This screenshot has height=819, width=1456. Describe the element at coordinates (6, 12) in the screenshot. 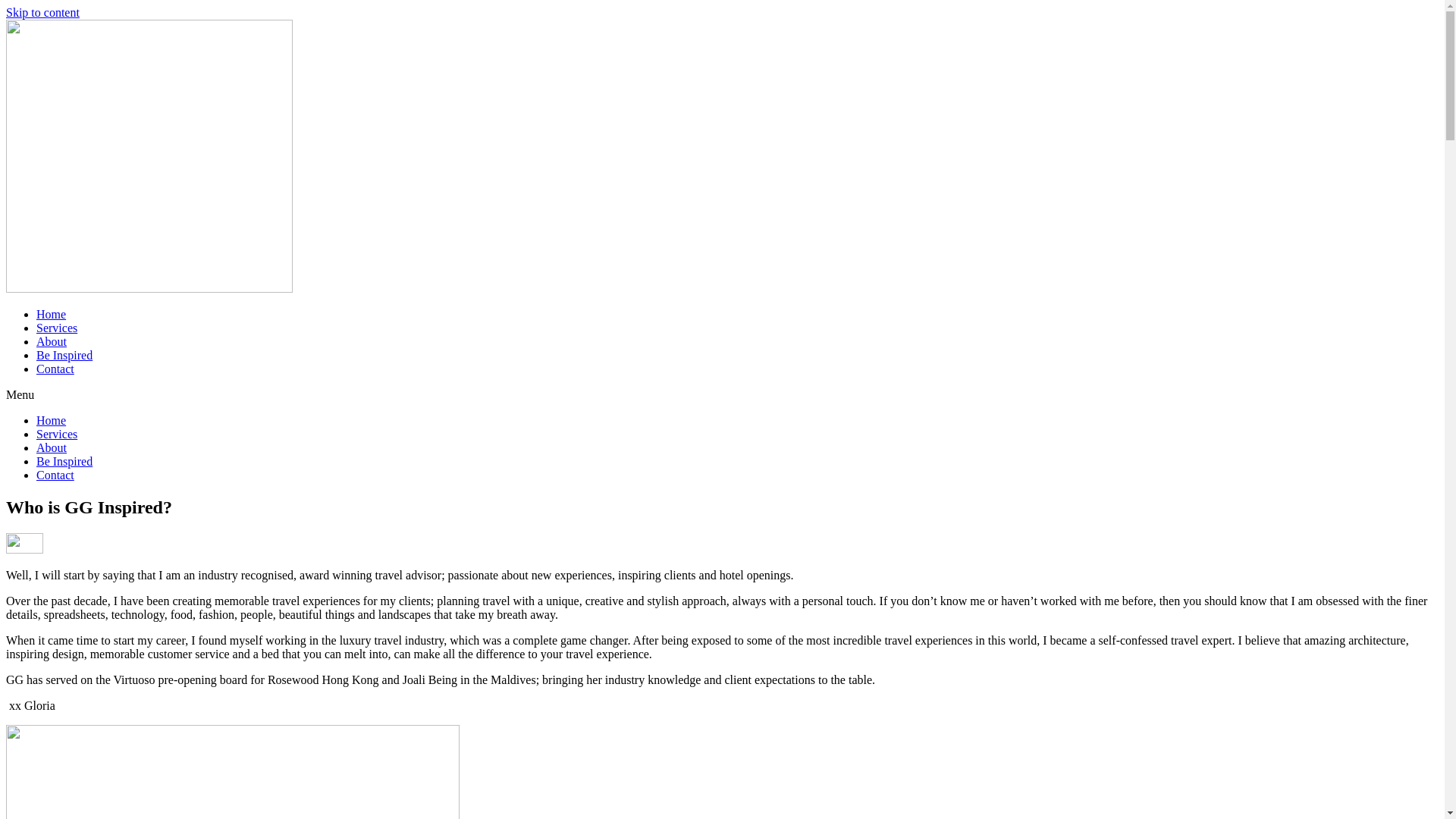

I see `'Skip to content'` at that location.